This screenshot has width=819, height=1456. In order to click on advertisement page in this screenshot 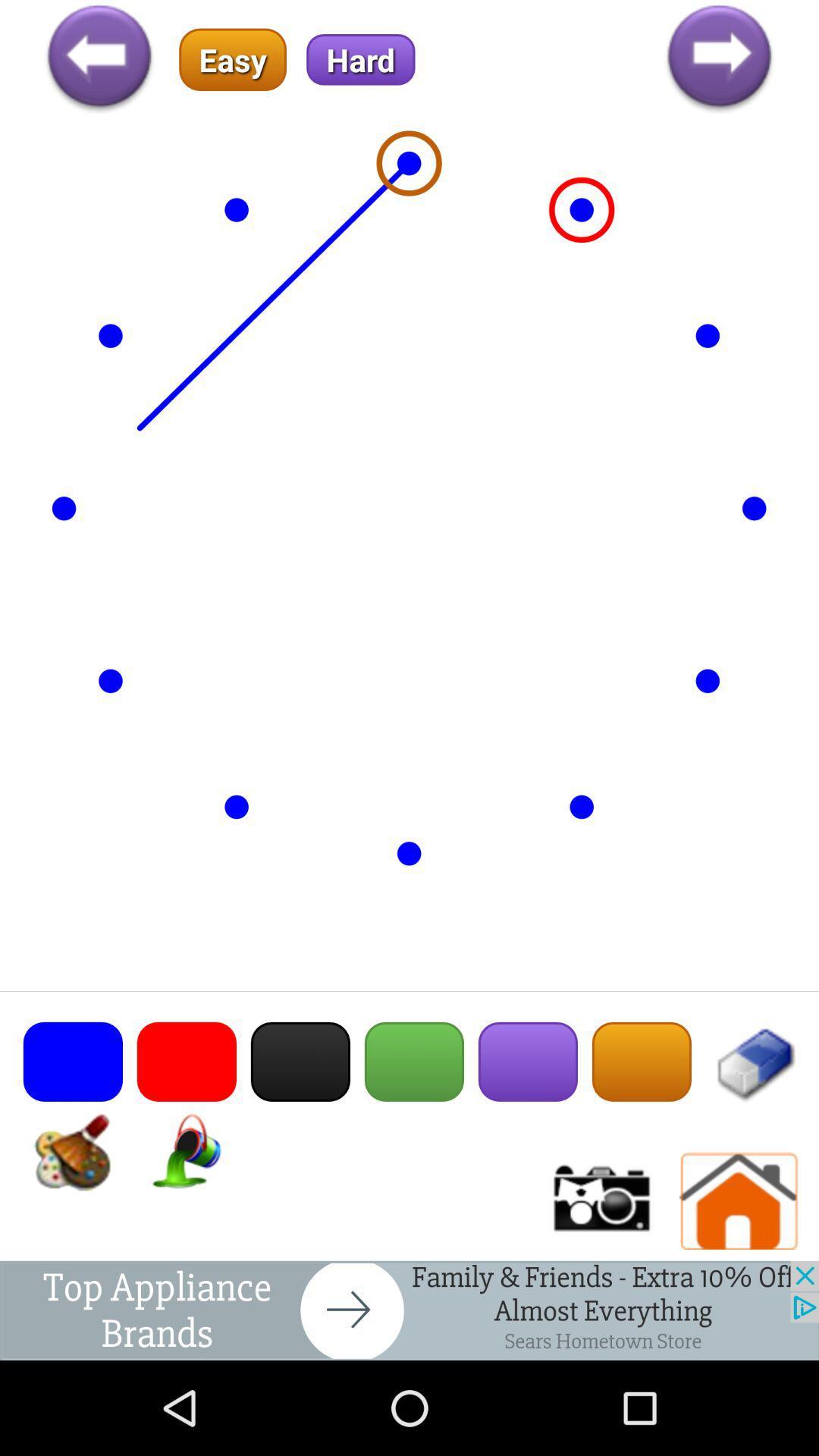, I will do `click(409, 1310)`.